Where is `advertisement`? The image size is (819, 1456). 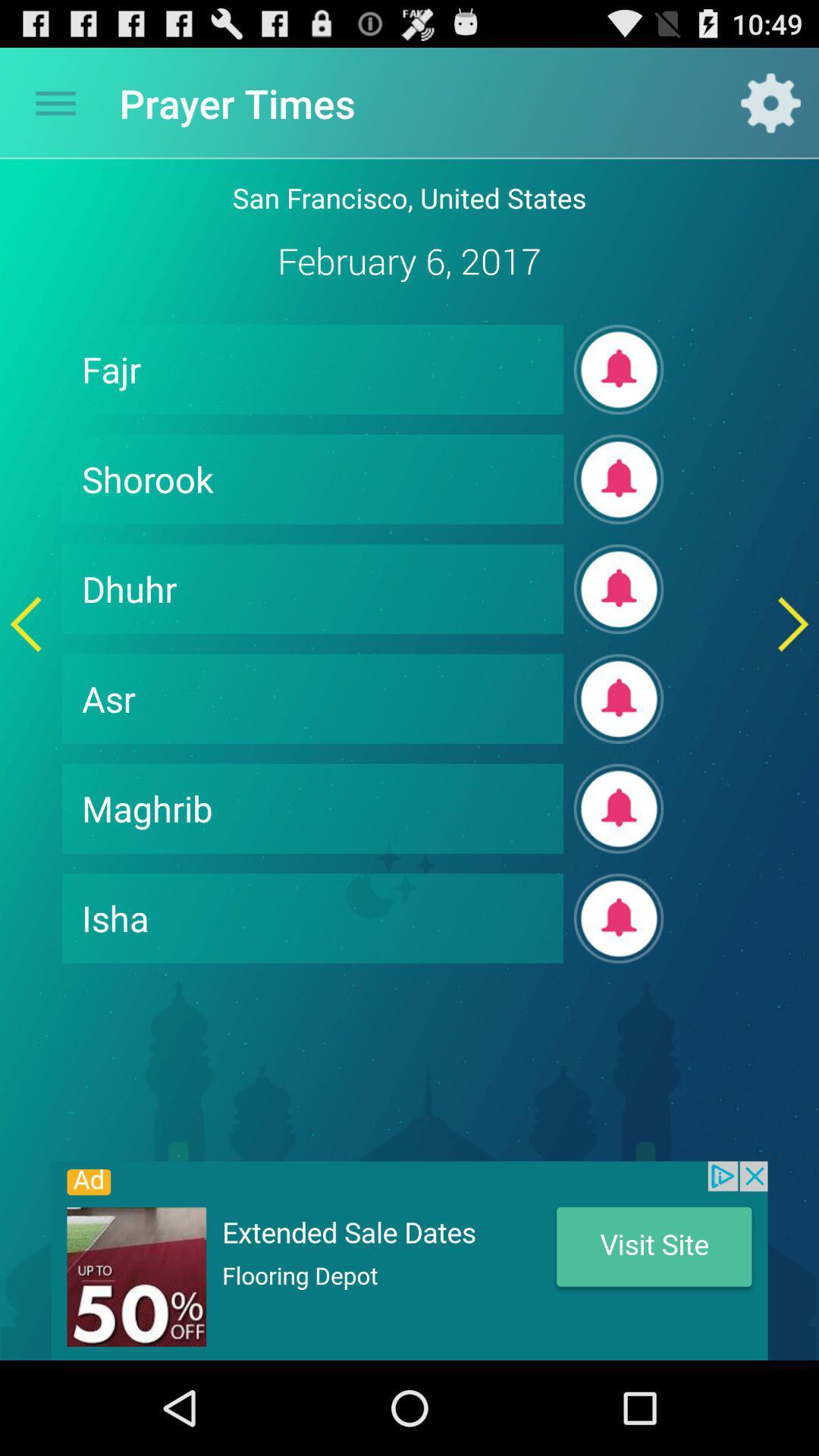 advertisement is located at coordinates (409, 1260).